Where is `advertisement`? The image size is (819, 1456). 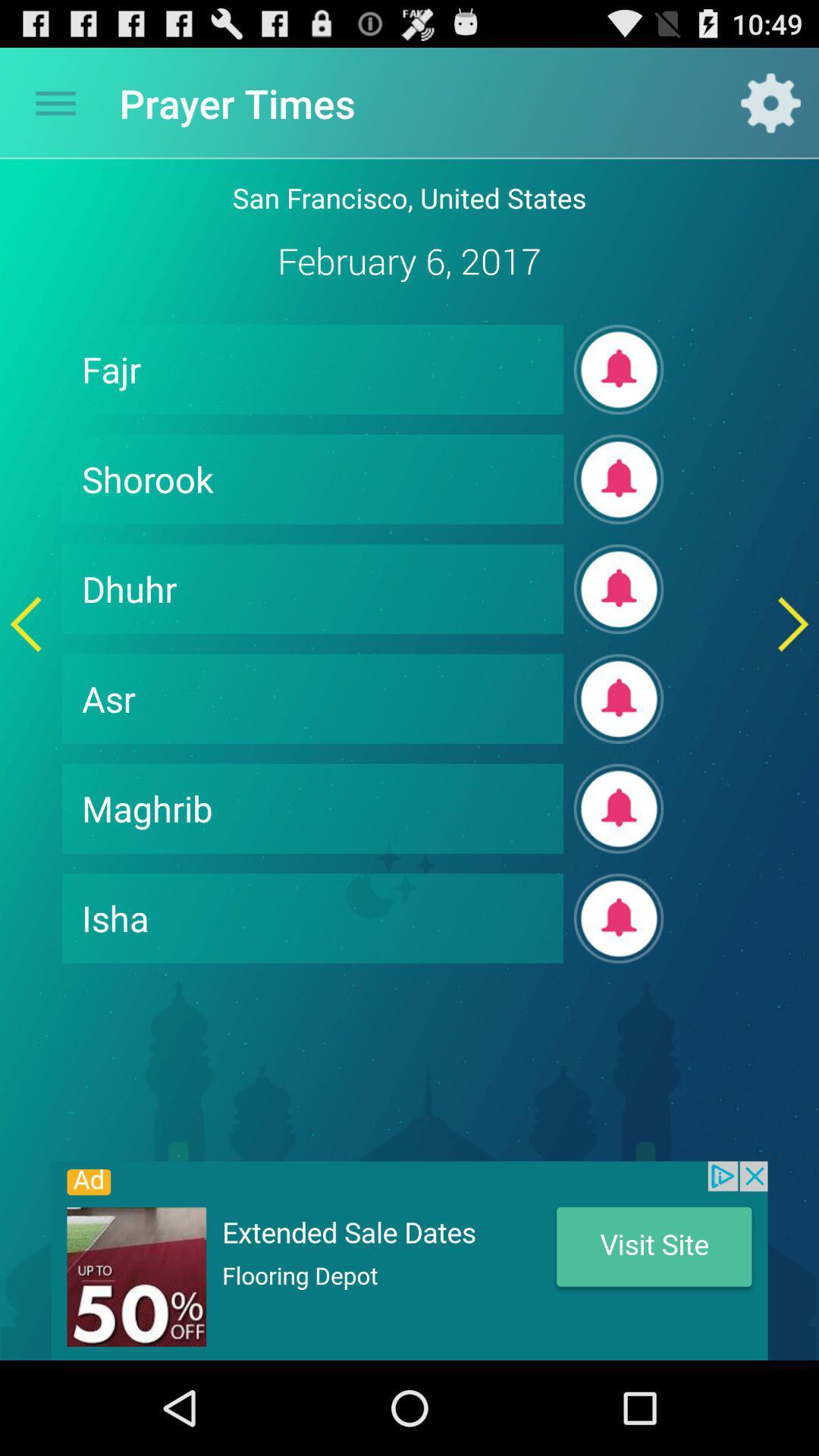 advertisement is located at coordinates (409, 1260).